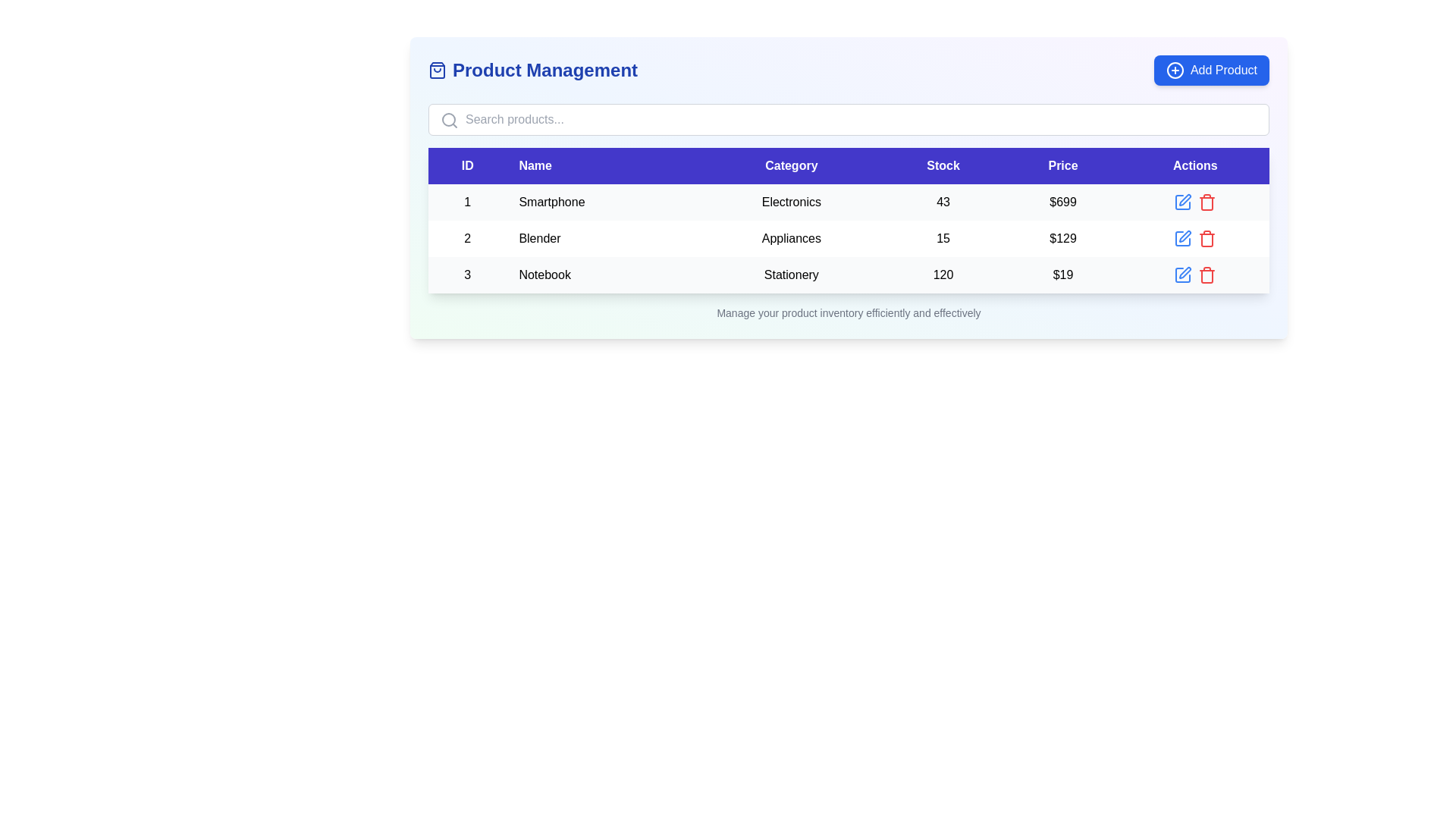 The width and height of the screenshot is (1456, 819). Describe the element at coordinates (790, 275) in the screenshot. I see `the 'Stationery' text label located in the third row and third column of the table, which displays the word 'Stationery' in black color` at that location.